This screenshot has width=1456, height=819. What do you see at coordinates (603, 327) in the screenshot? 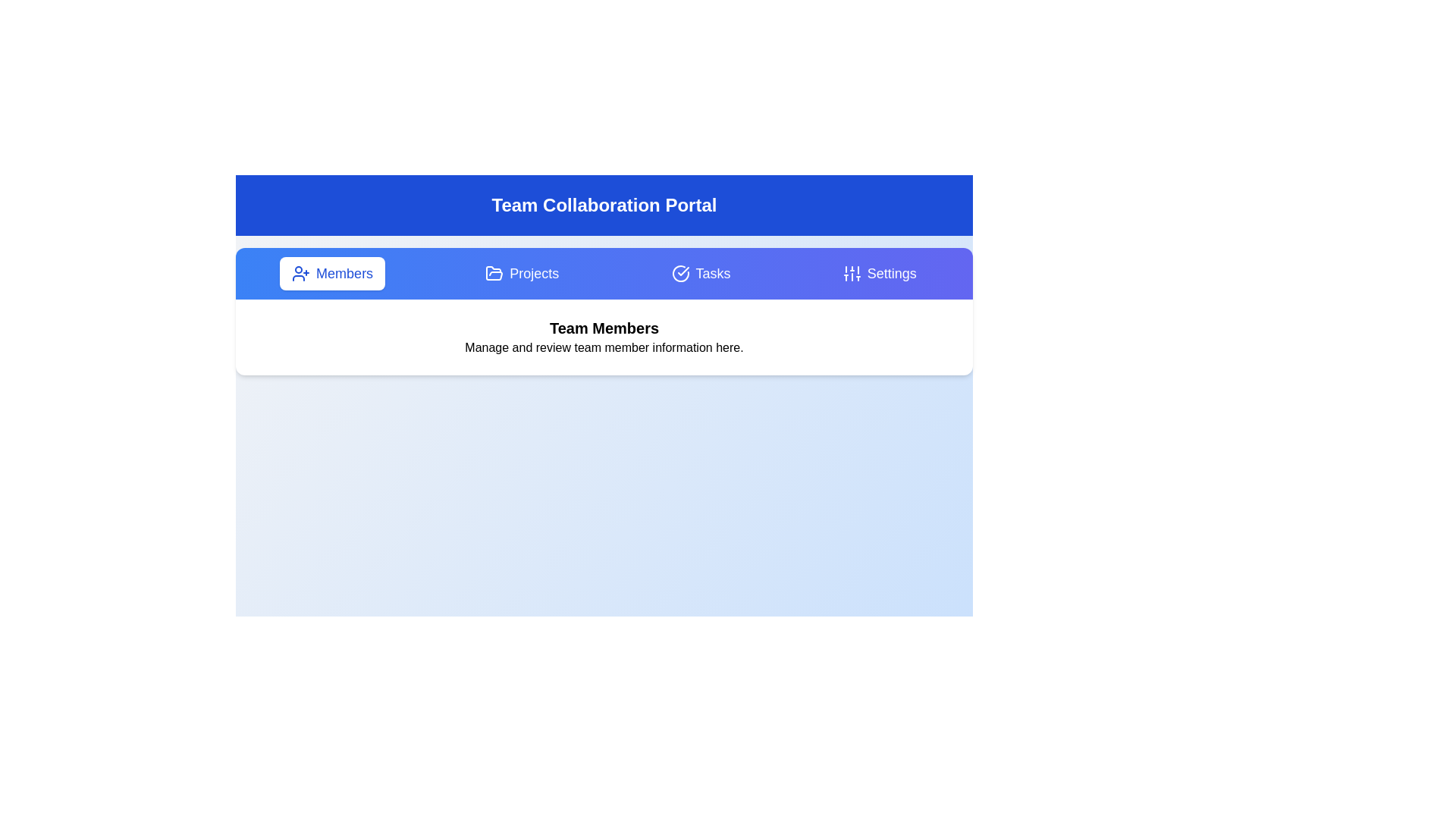
I see `the heading text 'Team Members' which is a bold, large-size font styled in black color, located centrally above the explanatory text block` at bounding box center [603, 327].